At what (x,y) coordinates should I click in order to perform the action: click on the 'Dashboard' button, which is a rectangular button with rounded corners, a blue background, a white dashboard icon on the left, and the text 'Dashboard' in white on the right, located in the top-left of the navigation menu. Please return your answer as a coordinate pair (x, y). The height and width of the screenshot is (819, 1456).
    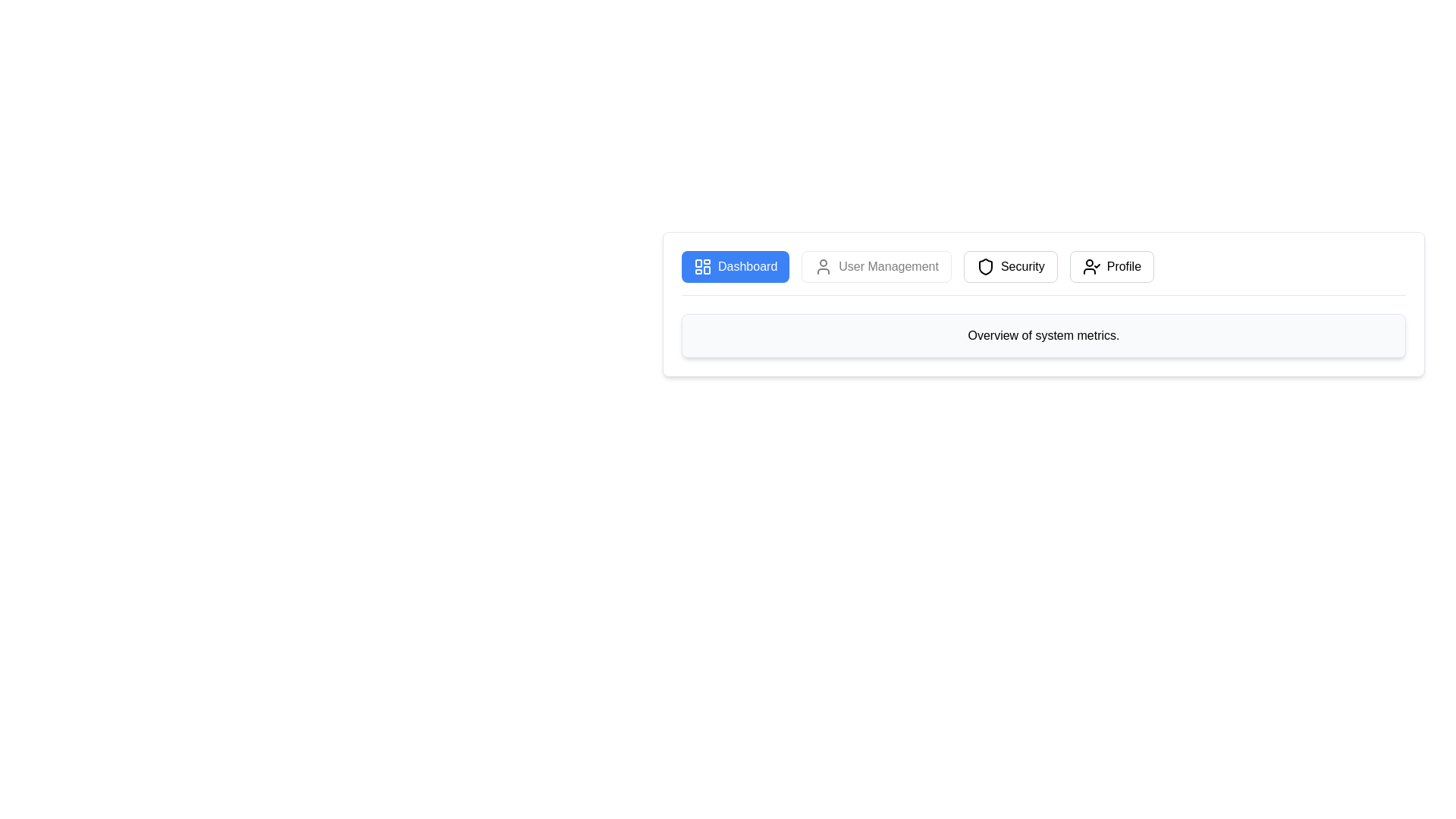
    Looking at the image, I should click on (736, 265).